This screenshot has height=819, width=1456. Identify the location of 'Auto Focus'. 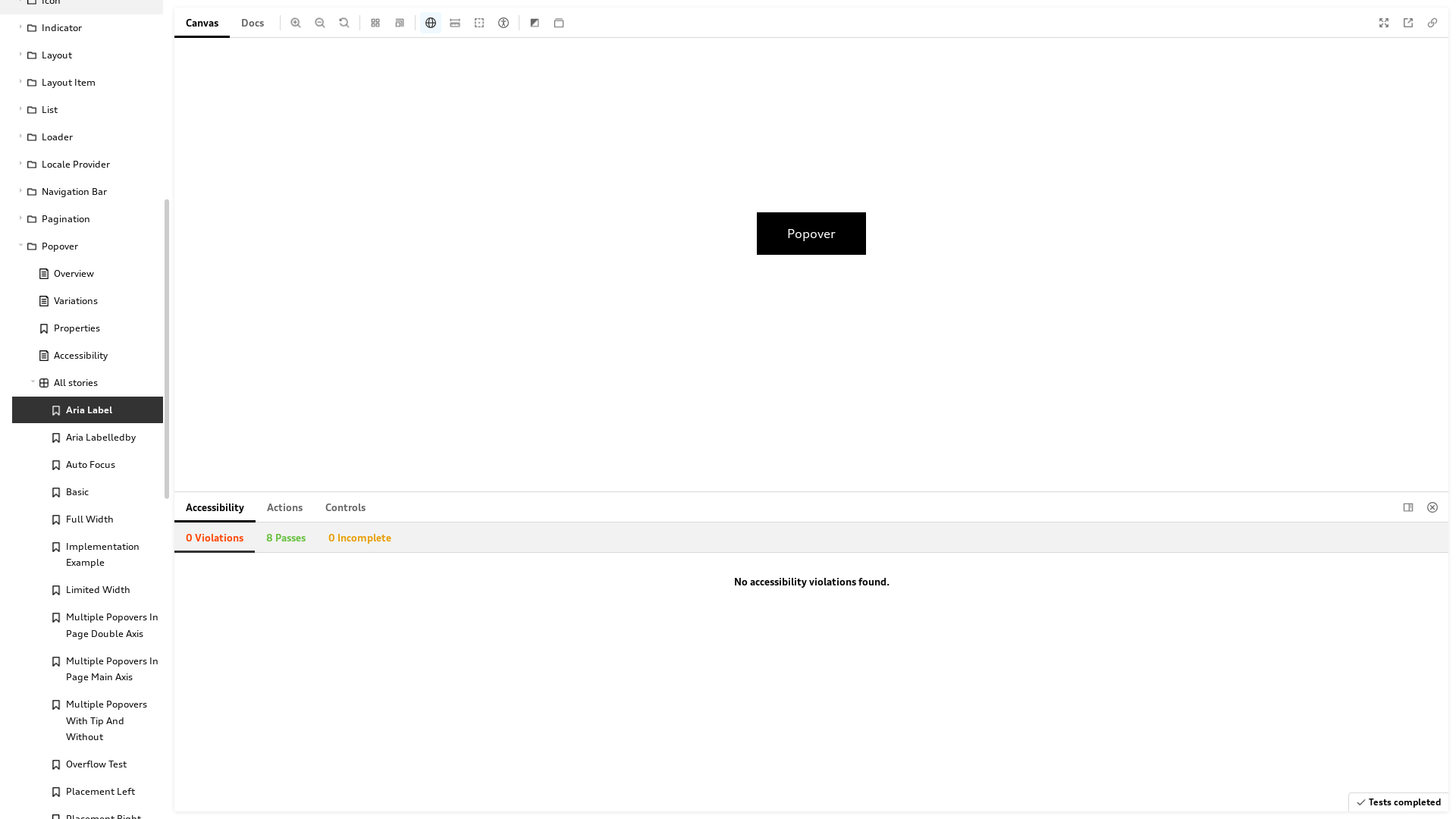
(86, 463).